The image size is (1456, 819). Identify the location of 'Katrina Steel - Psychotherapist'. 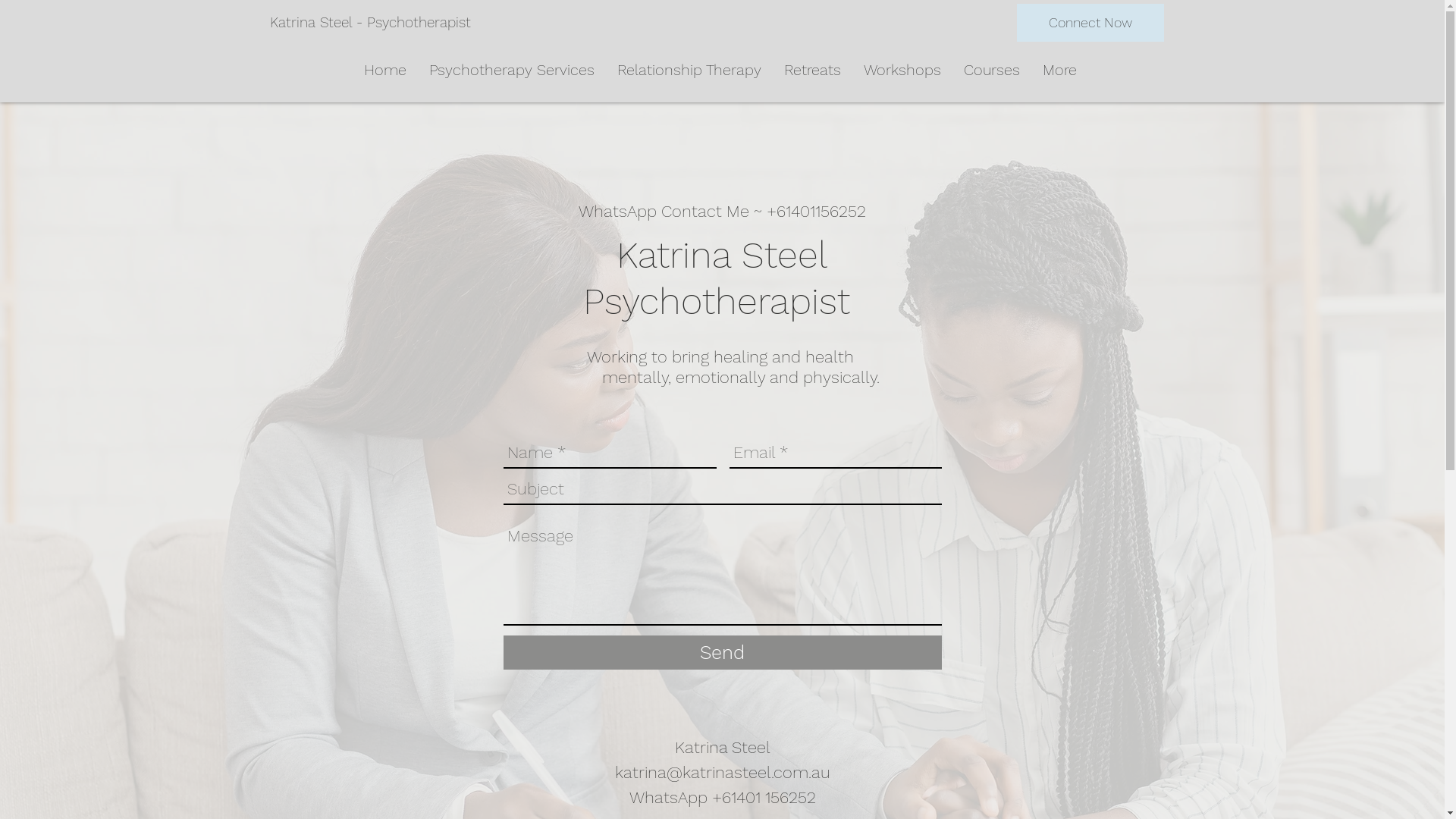
(269, 23).